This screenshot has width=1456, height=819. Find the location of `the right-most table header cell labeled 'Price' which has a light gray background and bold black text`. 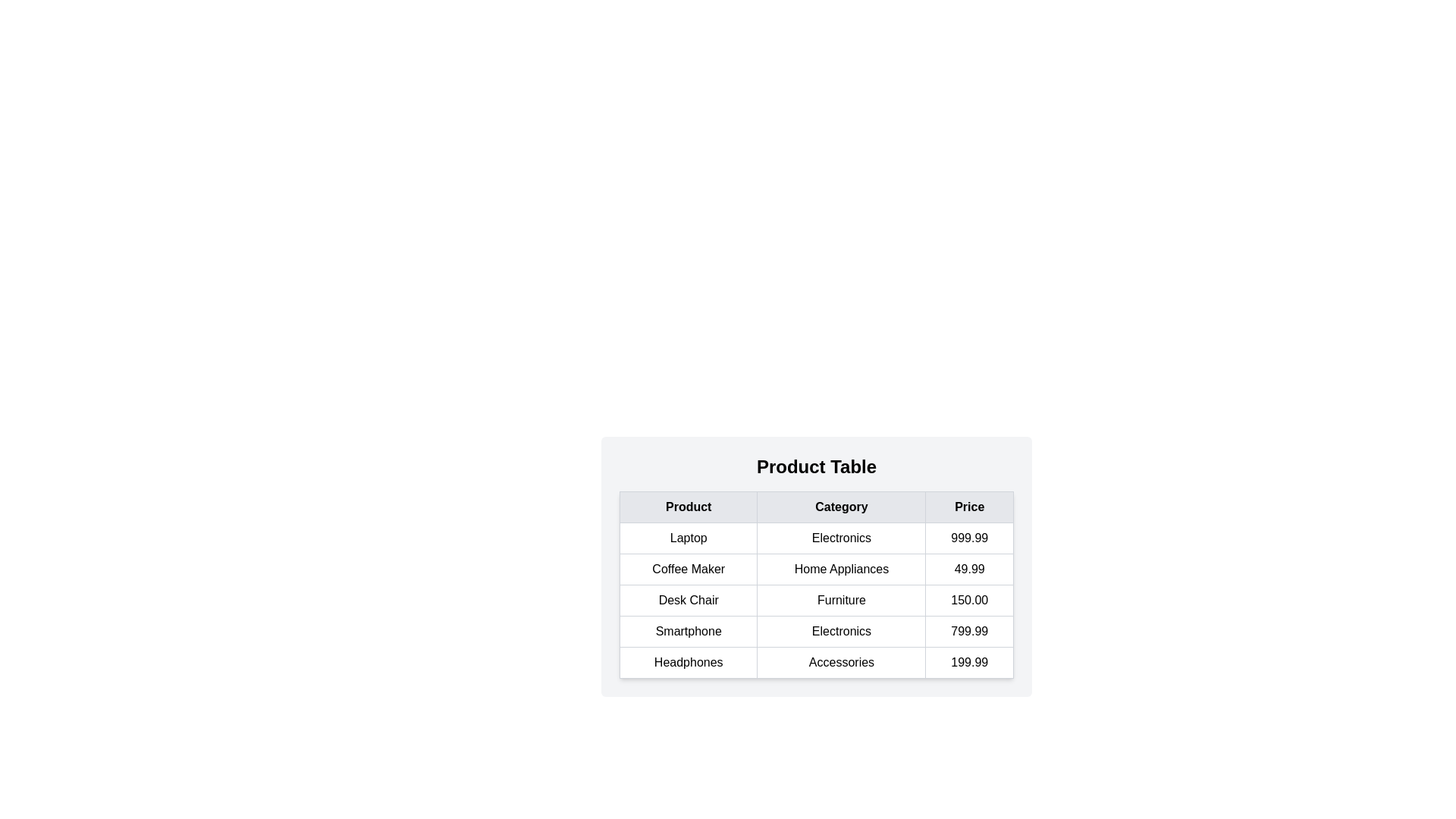

the right-most table header cell labeled 'Price' which has a light gray background and bold black text is located at coordinates (968, 507).